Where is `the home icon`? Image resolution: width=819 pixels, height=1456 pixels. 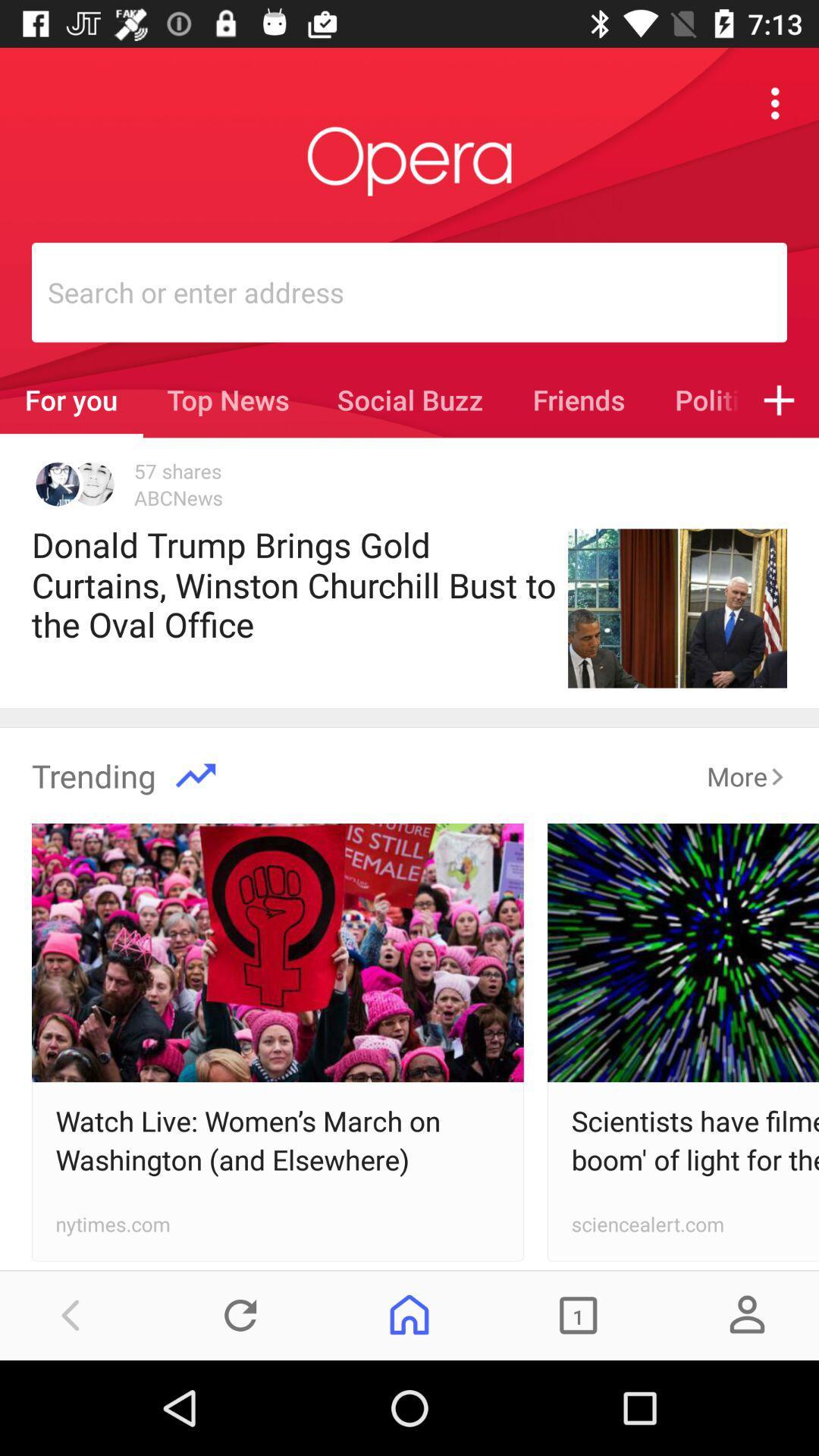
the home icon is located at coordinates (409, 1314).